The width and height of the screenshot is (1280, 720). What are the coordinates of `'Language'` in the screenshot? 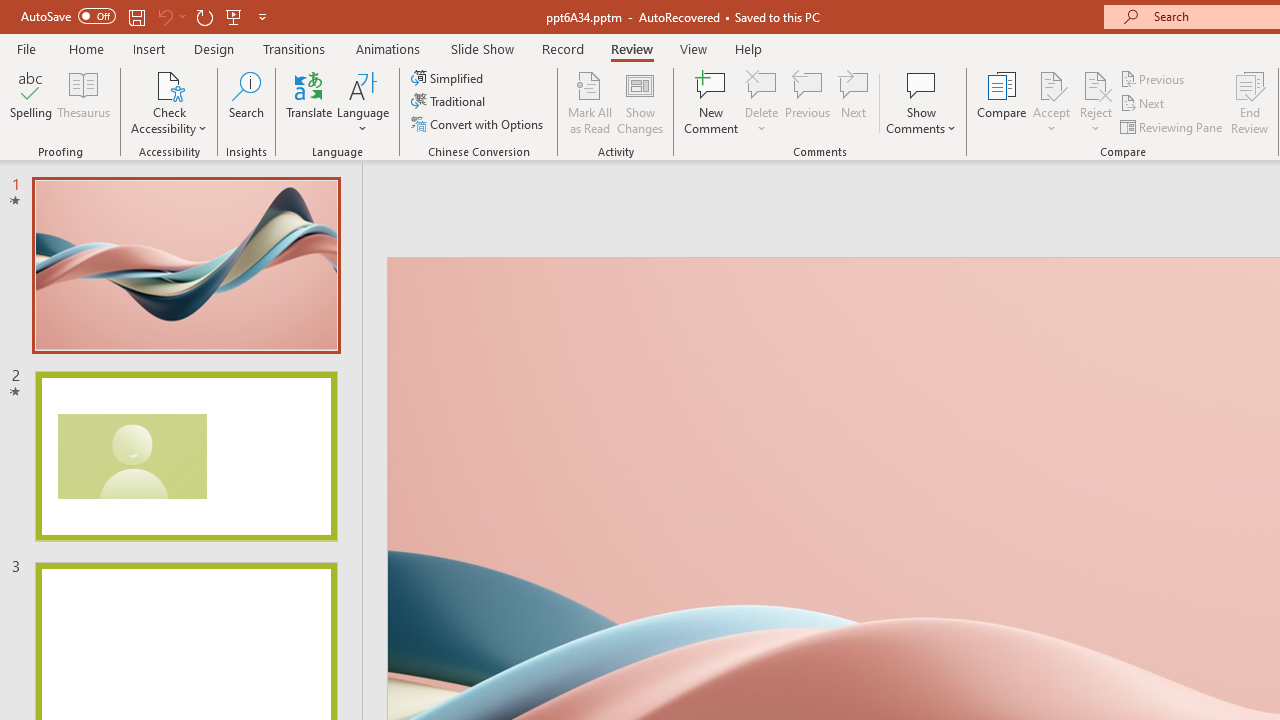 It's located at (363, 103).